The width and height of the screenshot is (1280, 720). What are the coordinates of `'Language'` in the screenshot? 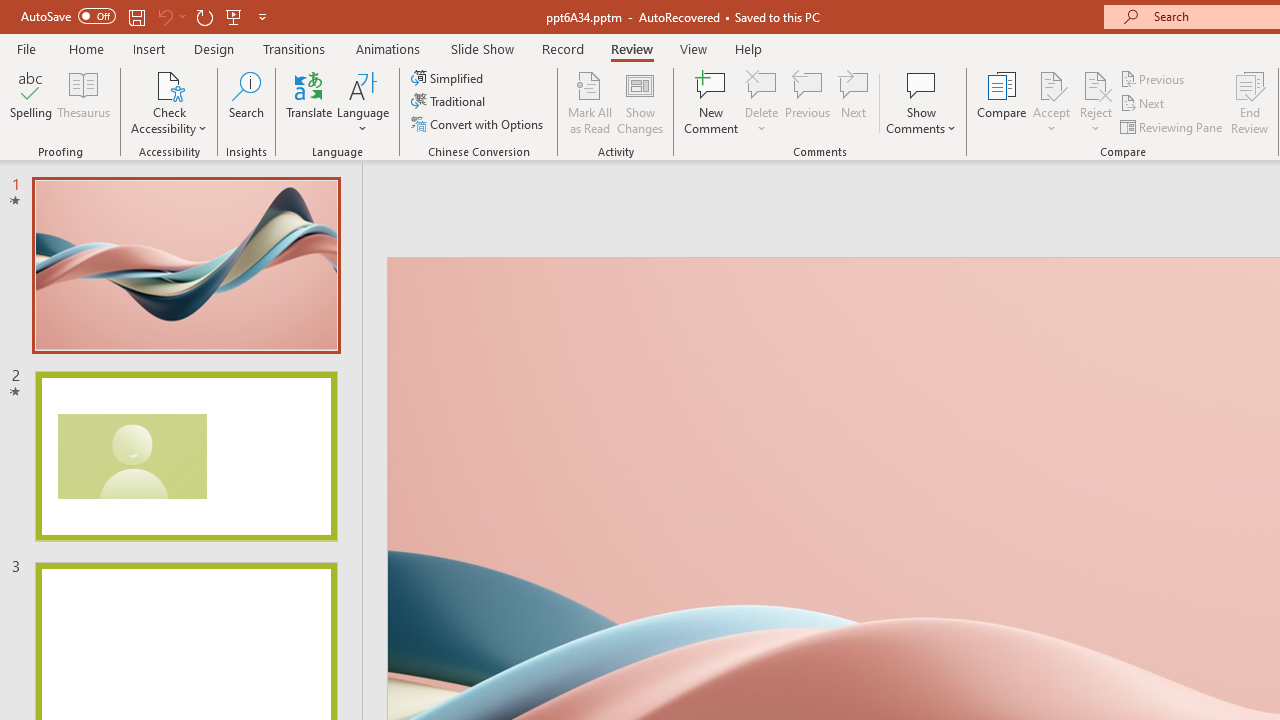 It's located at (363, 103).